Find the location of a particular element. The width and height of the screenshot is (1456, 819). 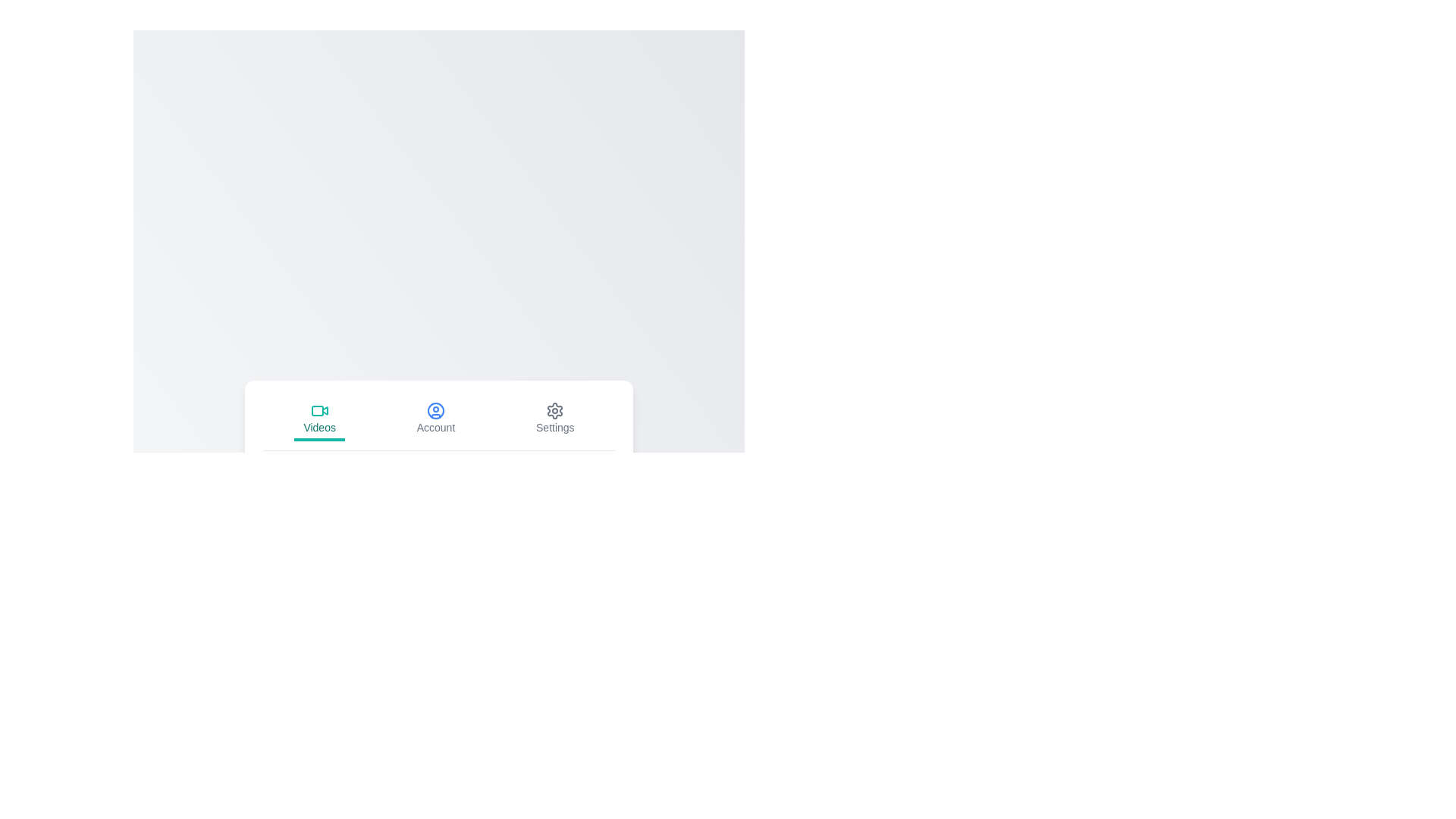

the Account tab by clicking on its button is located at coordinates (435, 419).